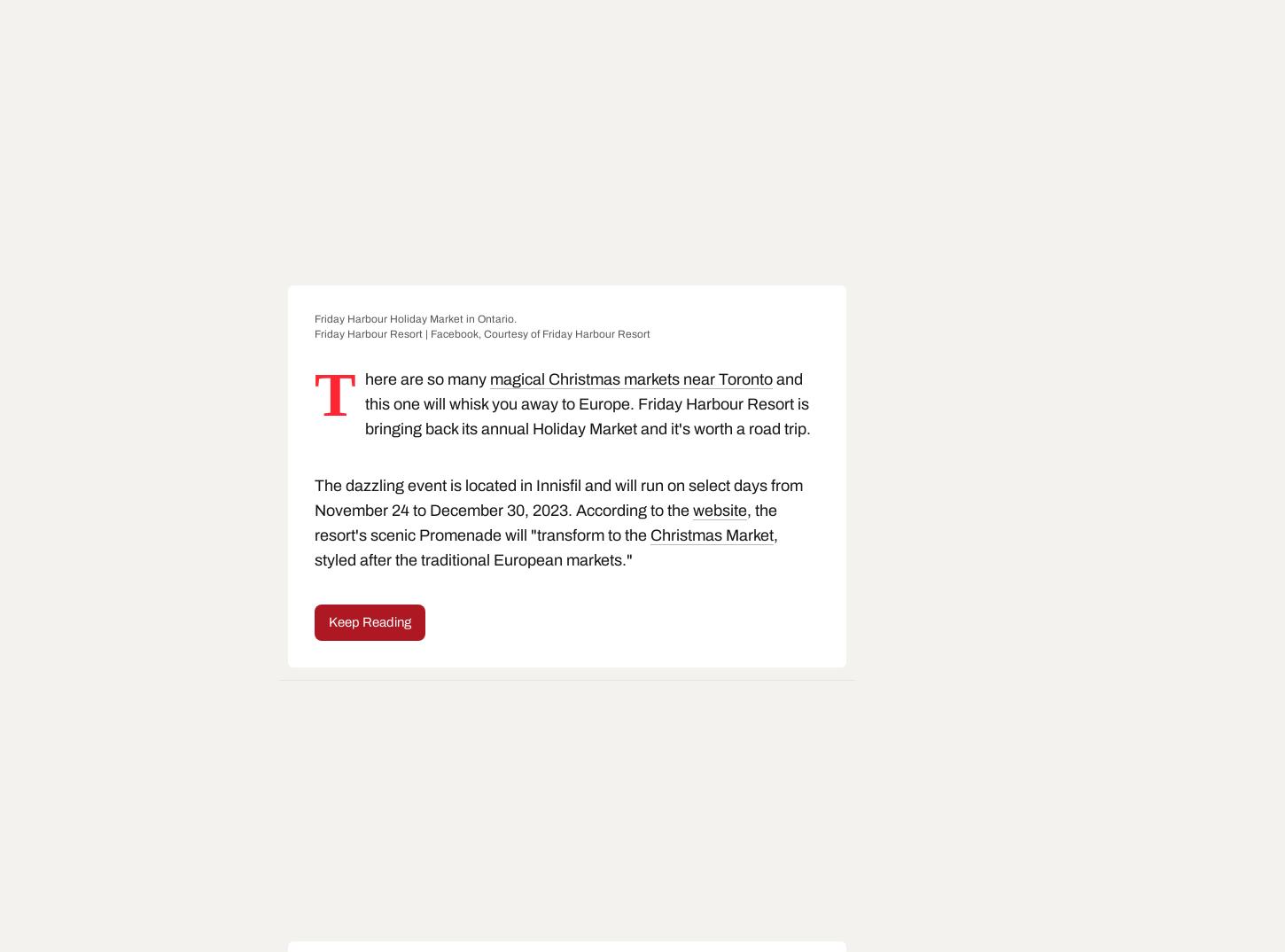 This screenshot has height=952, width=1285. Describe the element at coordinates (544, 520) in the screenshot. I see `', the resort's scenic Promenade will "transform to the'` at that location.